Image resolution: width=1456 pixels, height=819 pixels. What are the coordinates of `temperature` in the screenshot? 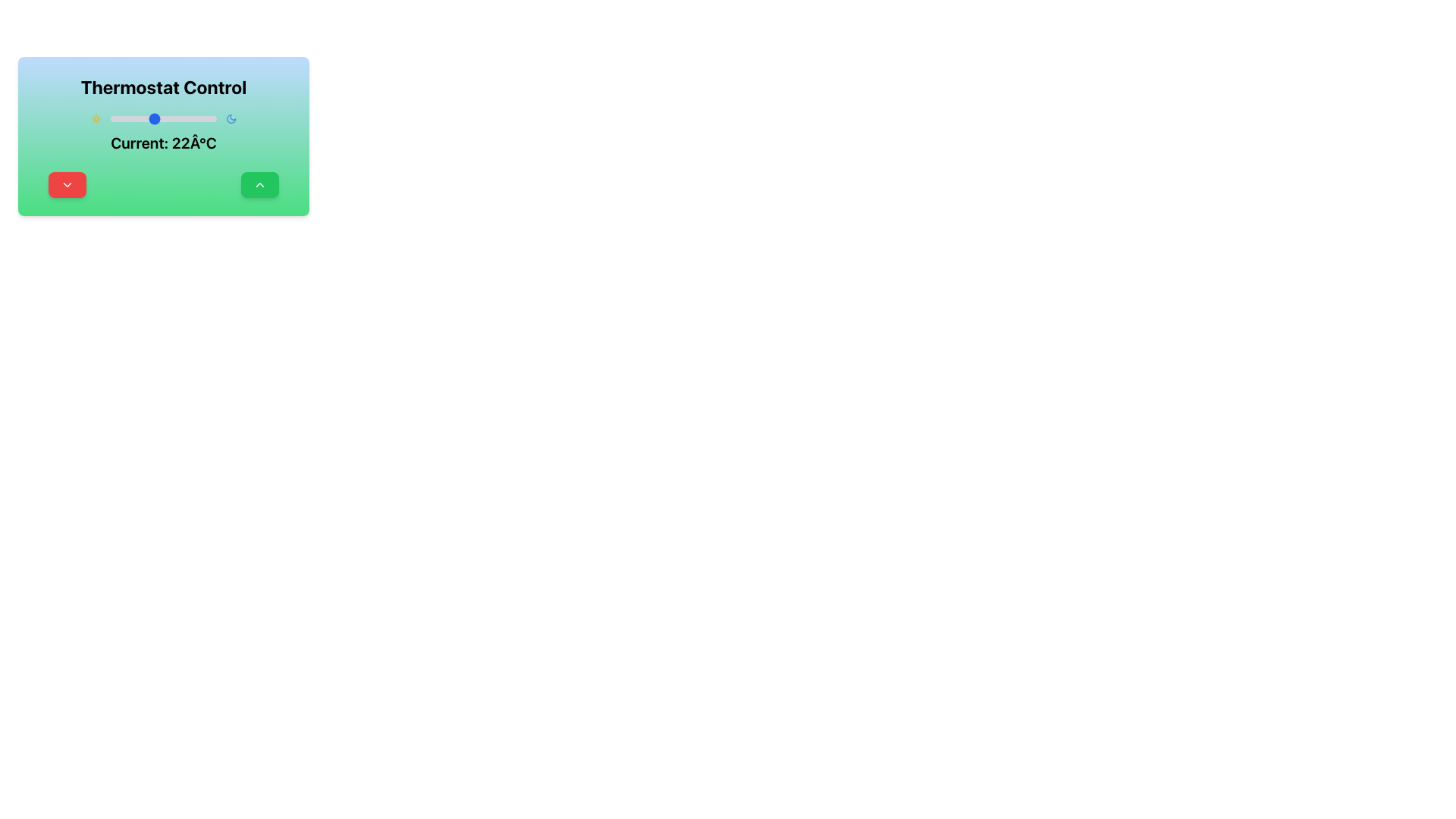 It's located at (152, 118).